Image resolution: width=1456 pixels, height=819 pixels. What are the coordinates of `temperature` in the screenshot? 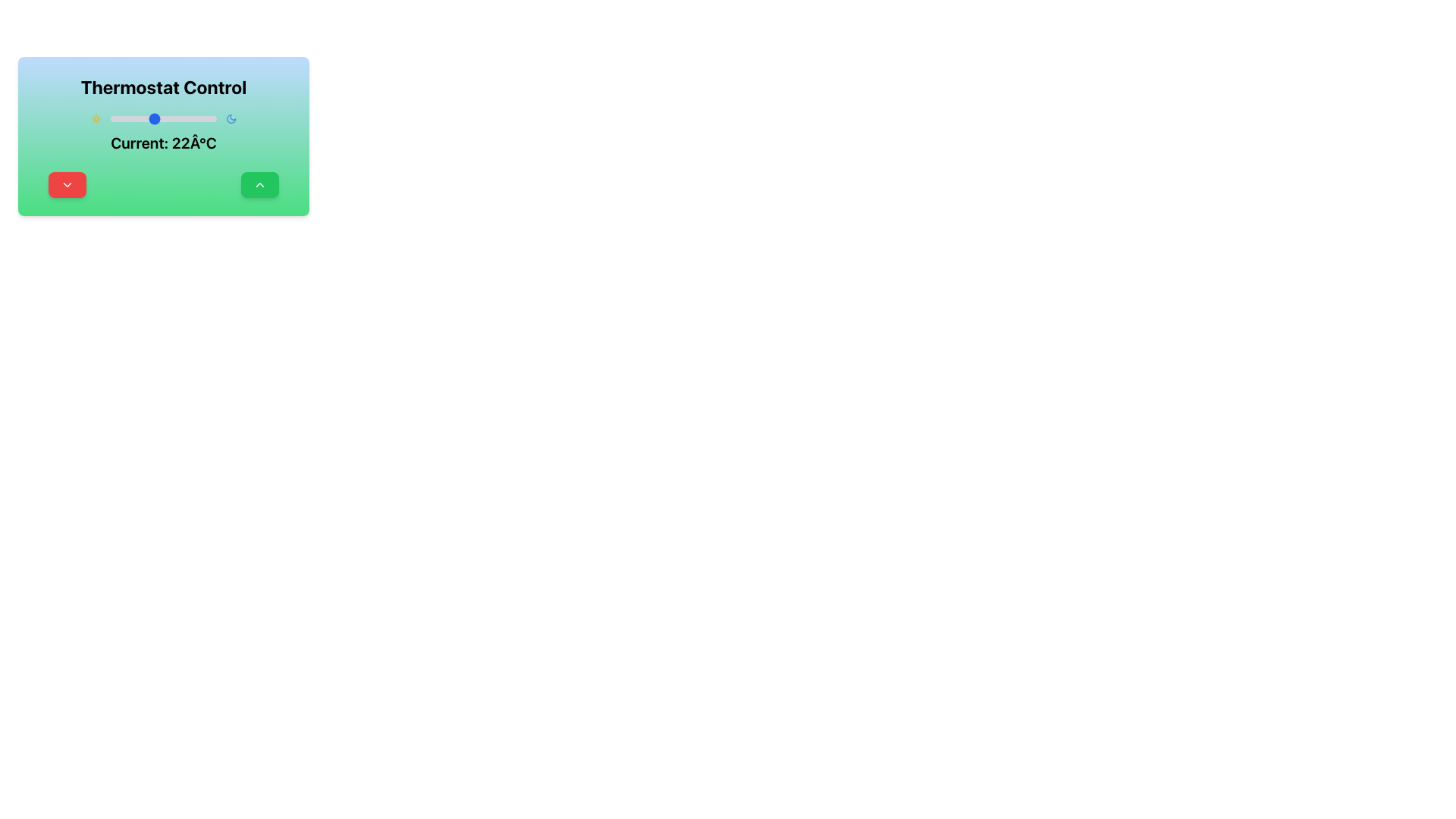 It's located at (152, 118).